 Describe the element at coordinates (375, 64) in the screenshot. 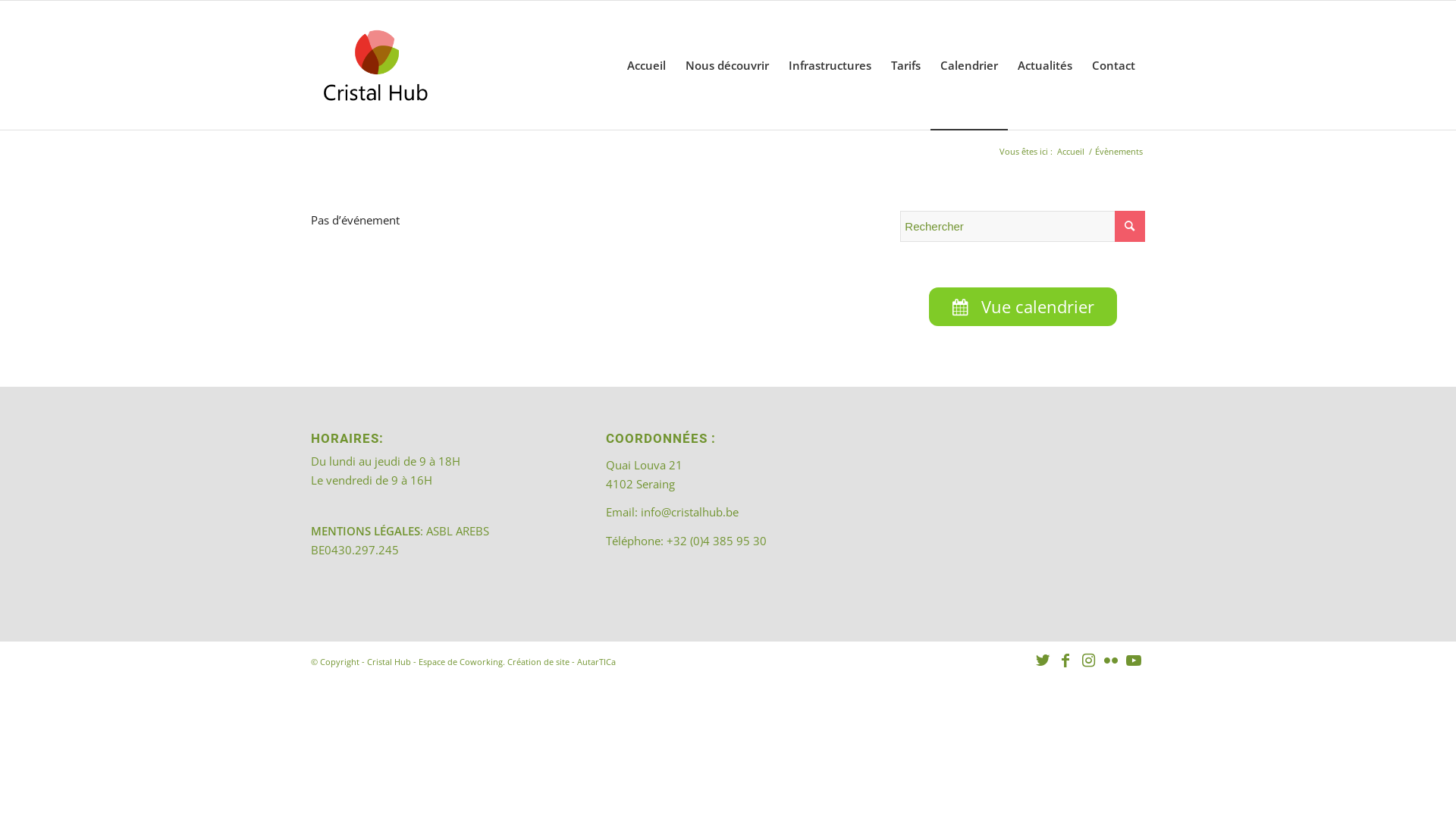

I see `'202308_logo_CristalHub'` at that location.